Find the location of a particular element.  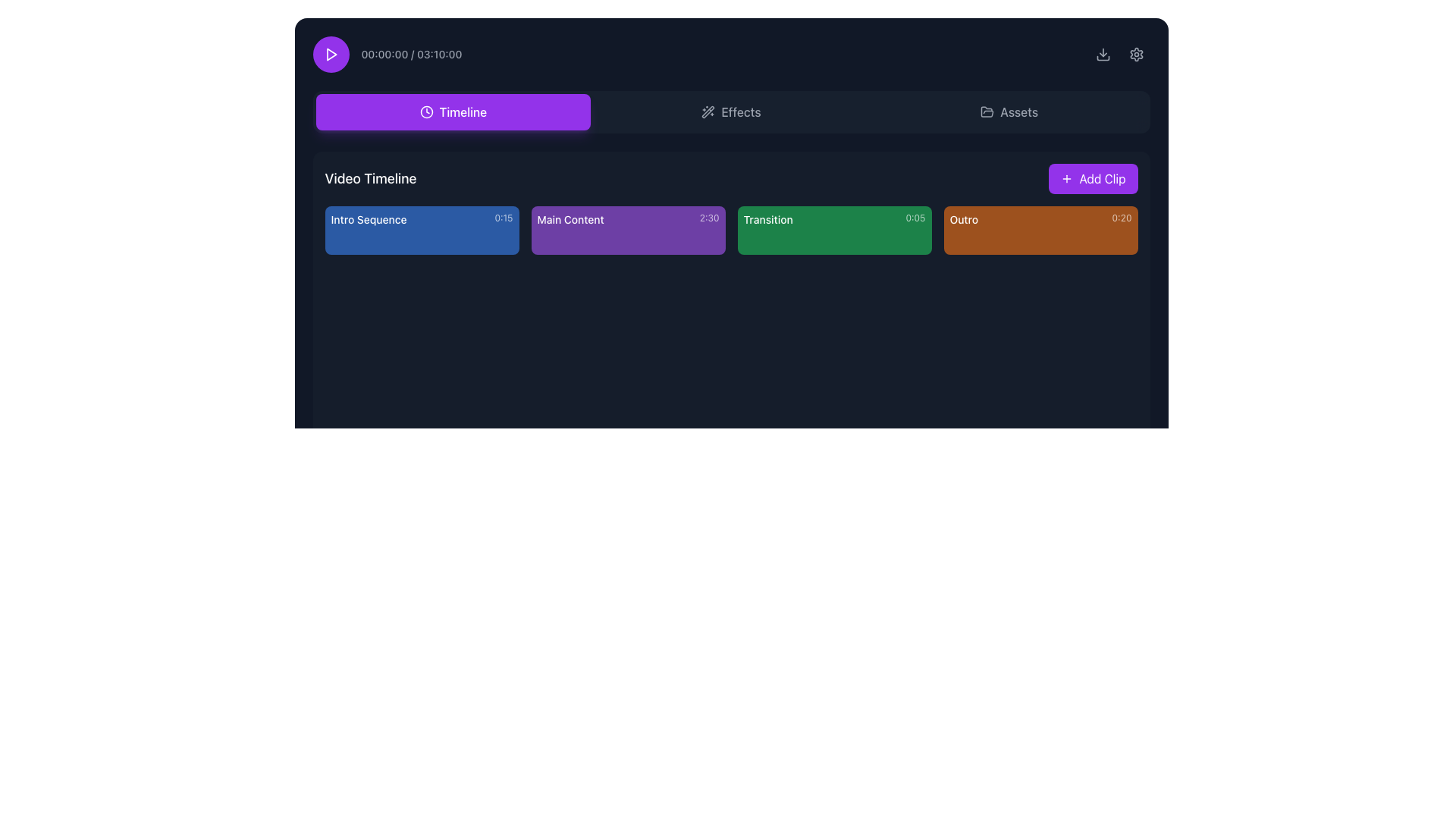

the purple circular button with a white triangular play icon is located at coordinates (330, 54).